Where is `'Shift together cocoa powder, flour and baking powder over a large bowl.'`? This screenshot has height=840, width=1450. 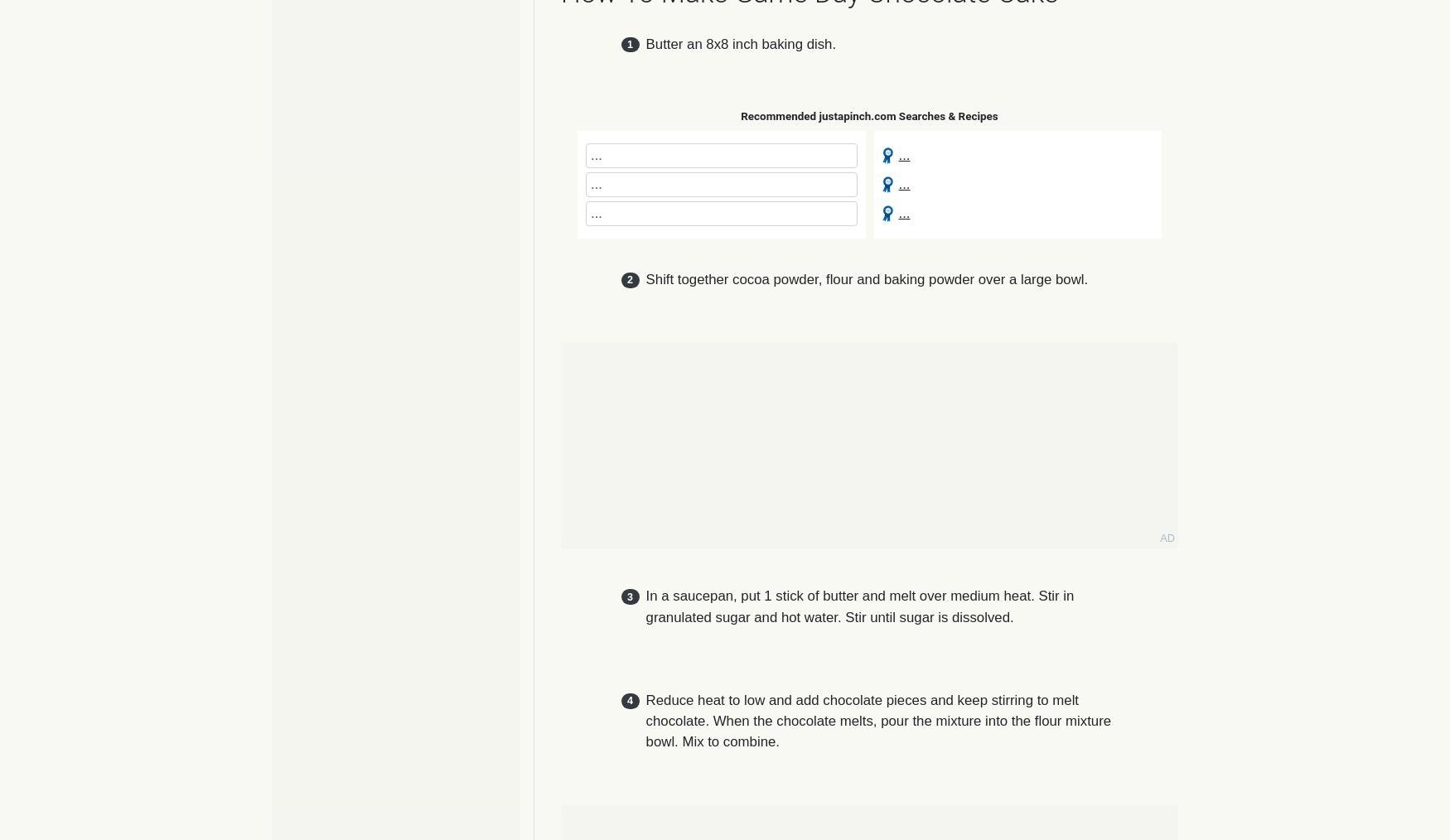 'Shift together cocoa powder, flour and baking powder over a large bowl.' is located at coordinates (865, 279).